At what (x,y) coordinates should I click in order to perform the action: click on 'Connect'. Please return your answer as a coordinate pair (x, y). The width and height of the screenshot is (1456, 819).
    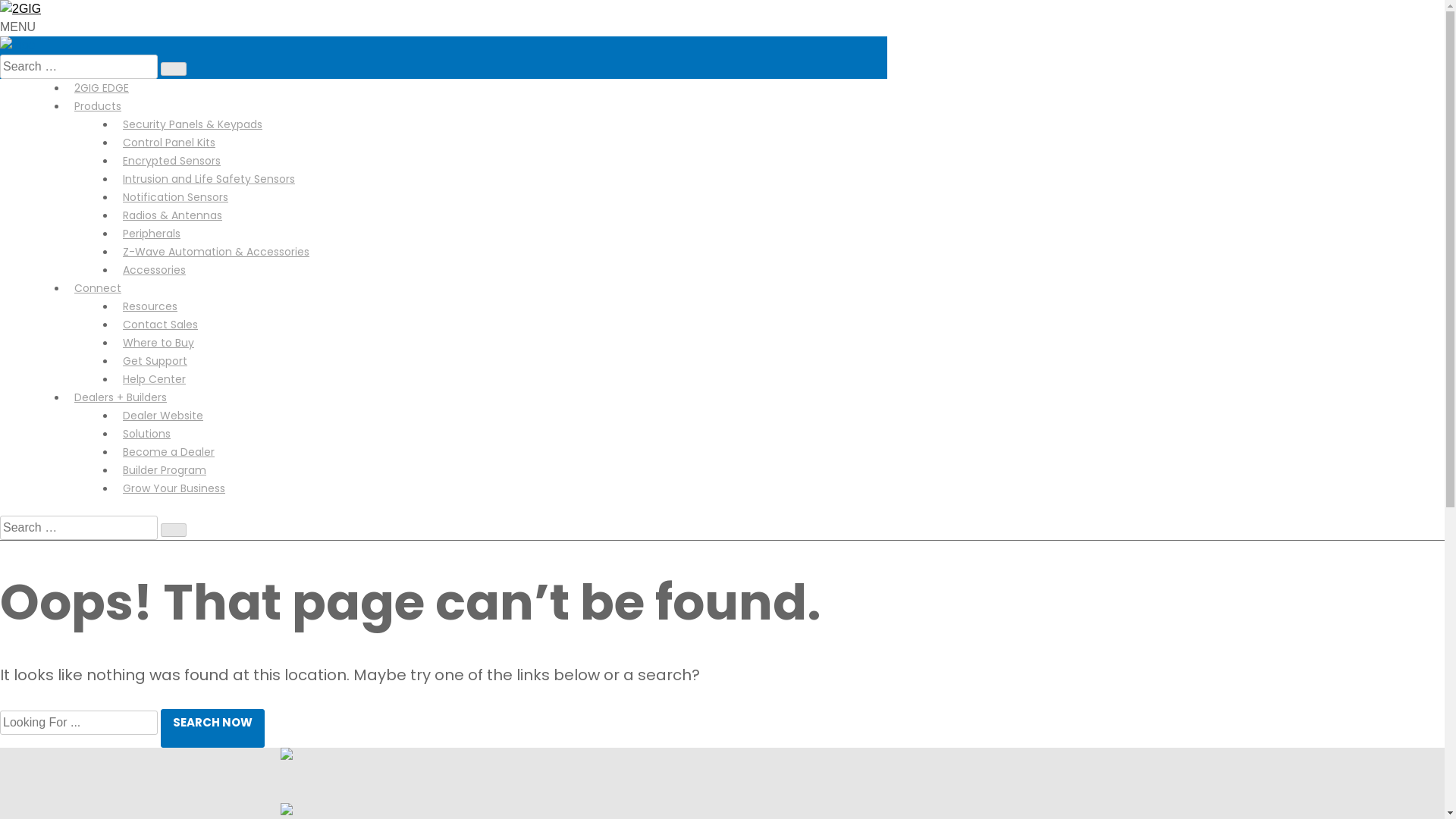
    Looking at the image, I should click on (97, 288).